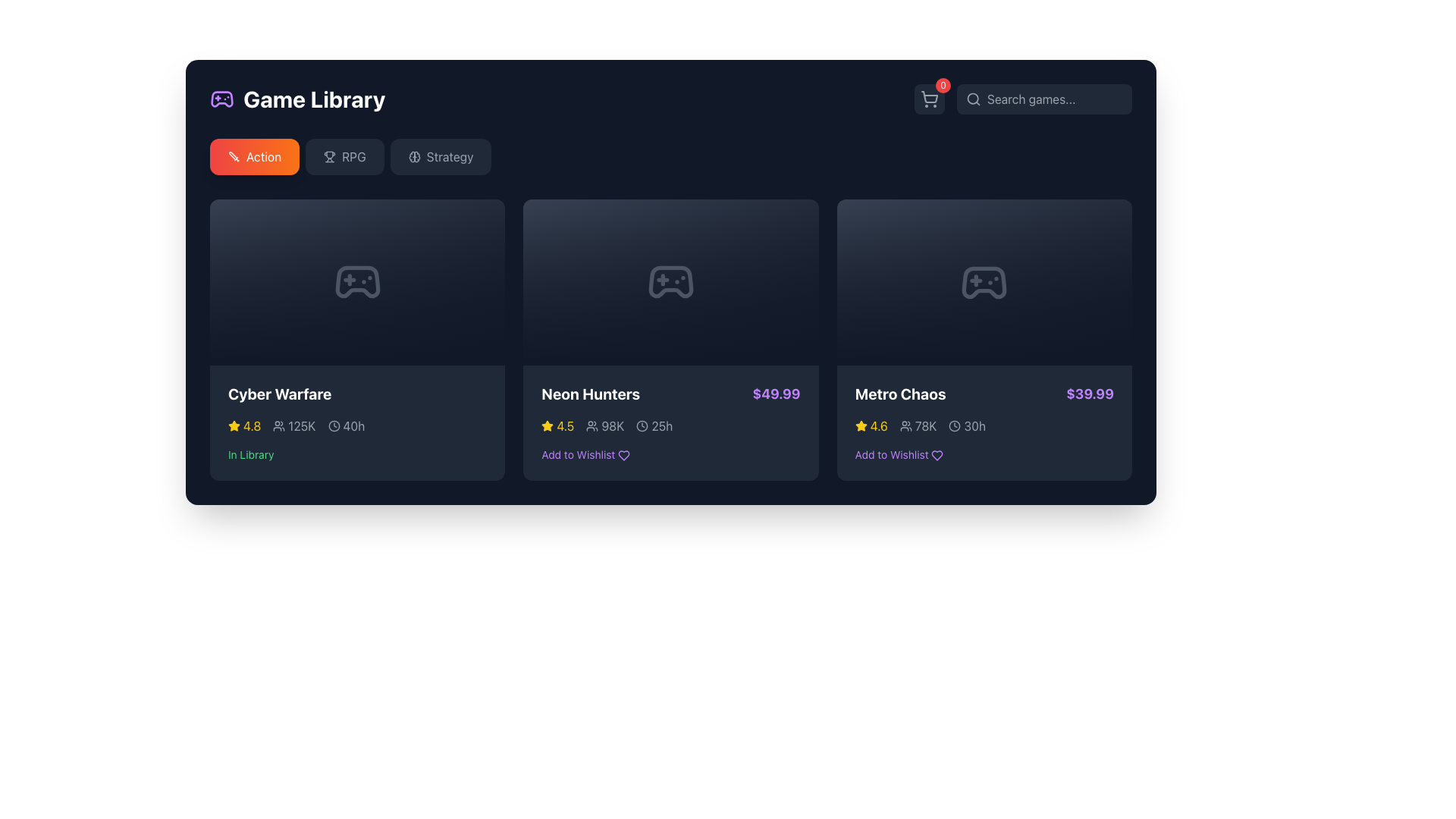 This screenshot has height=819, width=1456. What do you see at coordinates (984, 282) in the screenshot?
I see `the game item icon for 'Metro Chaos', which is the third item in a horizontally aligned game list` at bounding box center [984, 282].